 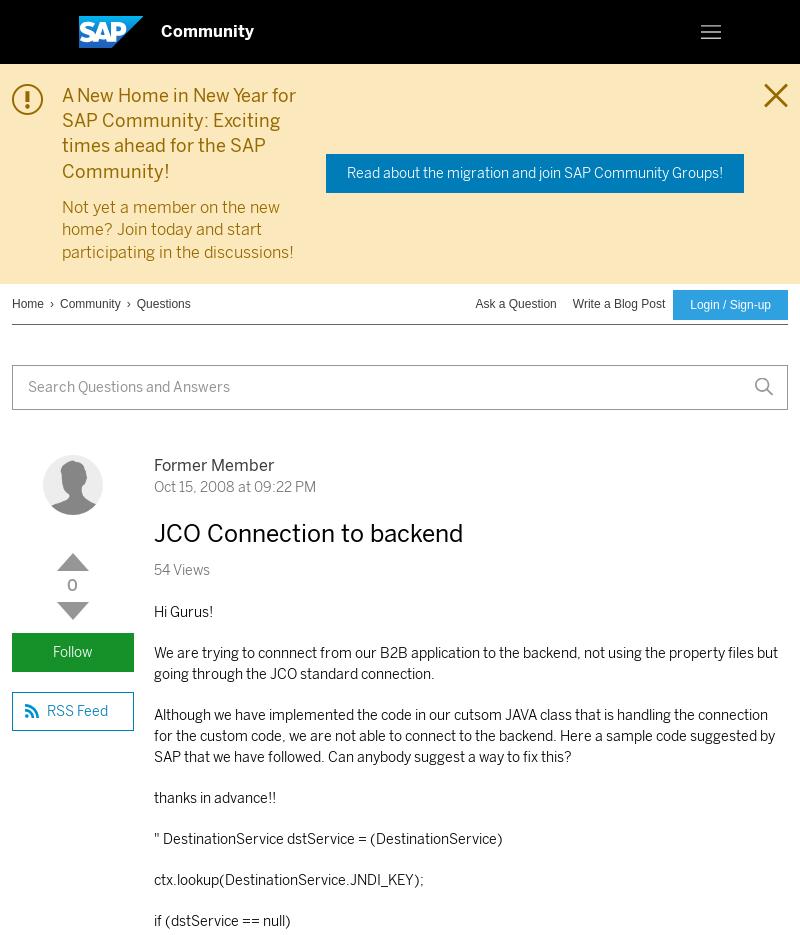 What do you see at coordinates (729, 303) in the screenshot?
I see `'Login / Sign-up'` at bounding box center [729, 303].